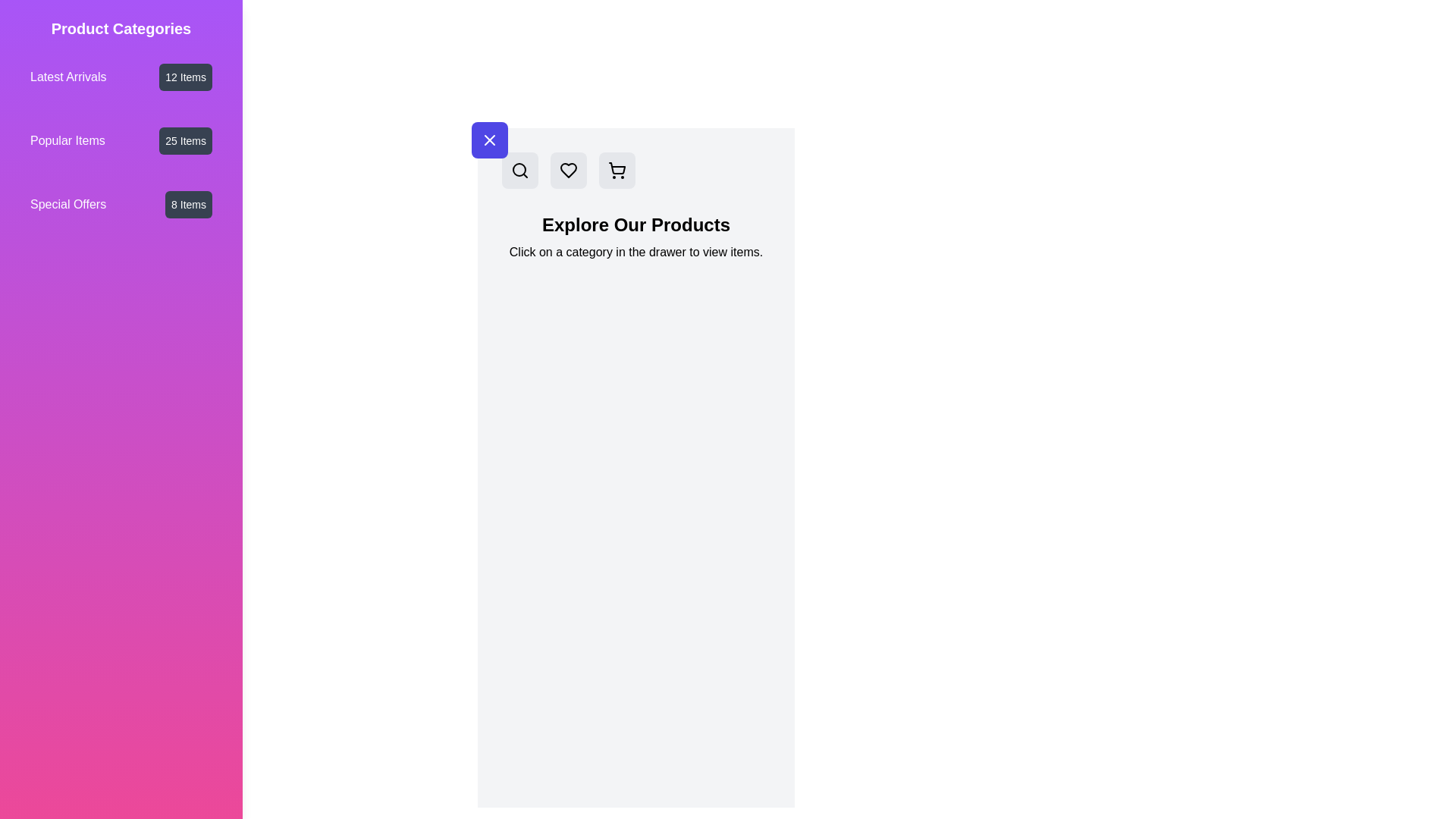  Describe the element at coordinates (617, 170) in the screenshot. I see `the shopping cart button` at that location.